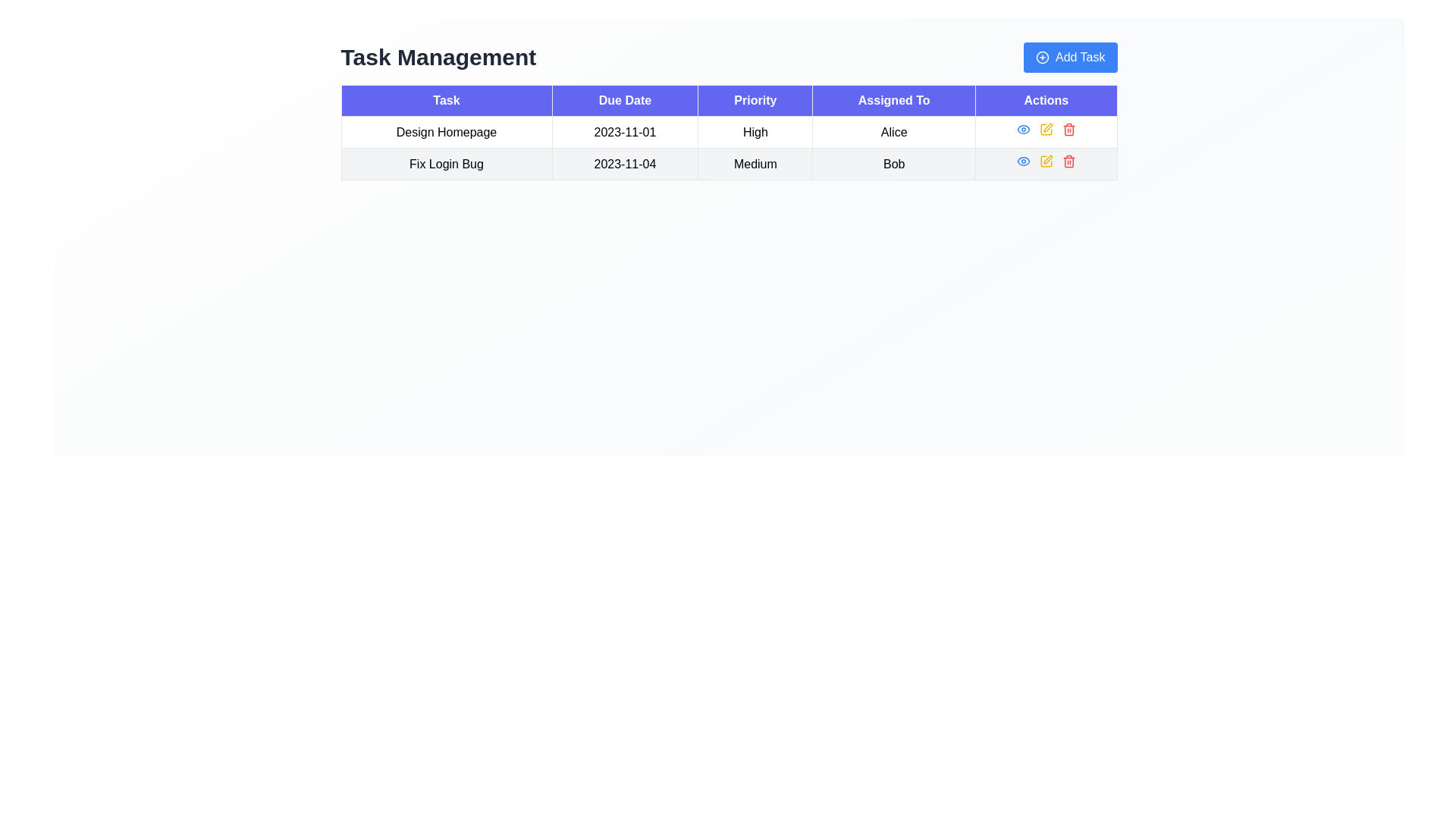 The image size is (1456, 819). I want to click on the first Table Header Cell that labels the 'Task' category, located at the top-left corner of the table, so click(446, 100).